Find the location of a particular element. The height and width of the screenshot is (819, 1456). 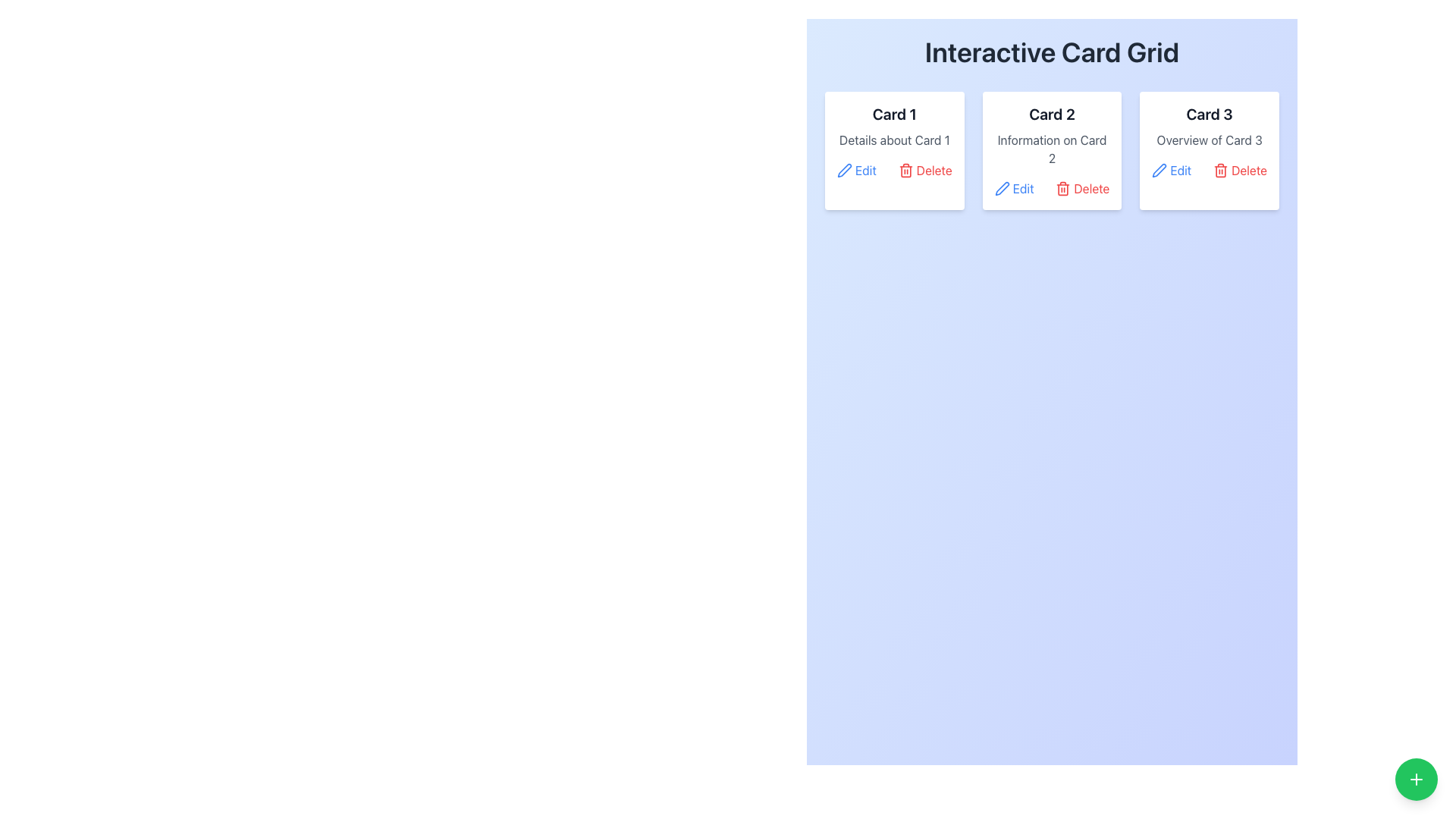

the 'Card 1' text label, which is prominently displayed at the top center of the card layout, to understand its association with the card or its functions is located at coordinates (894, 113).